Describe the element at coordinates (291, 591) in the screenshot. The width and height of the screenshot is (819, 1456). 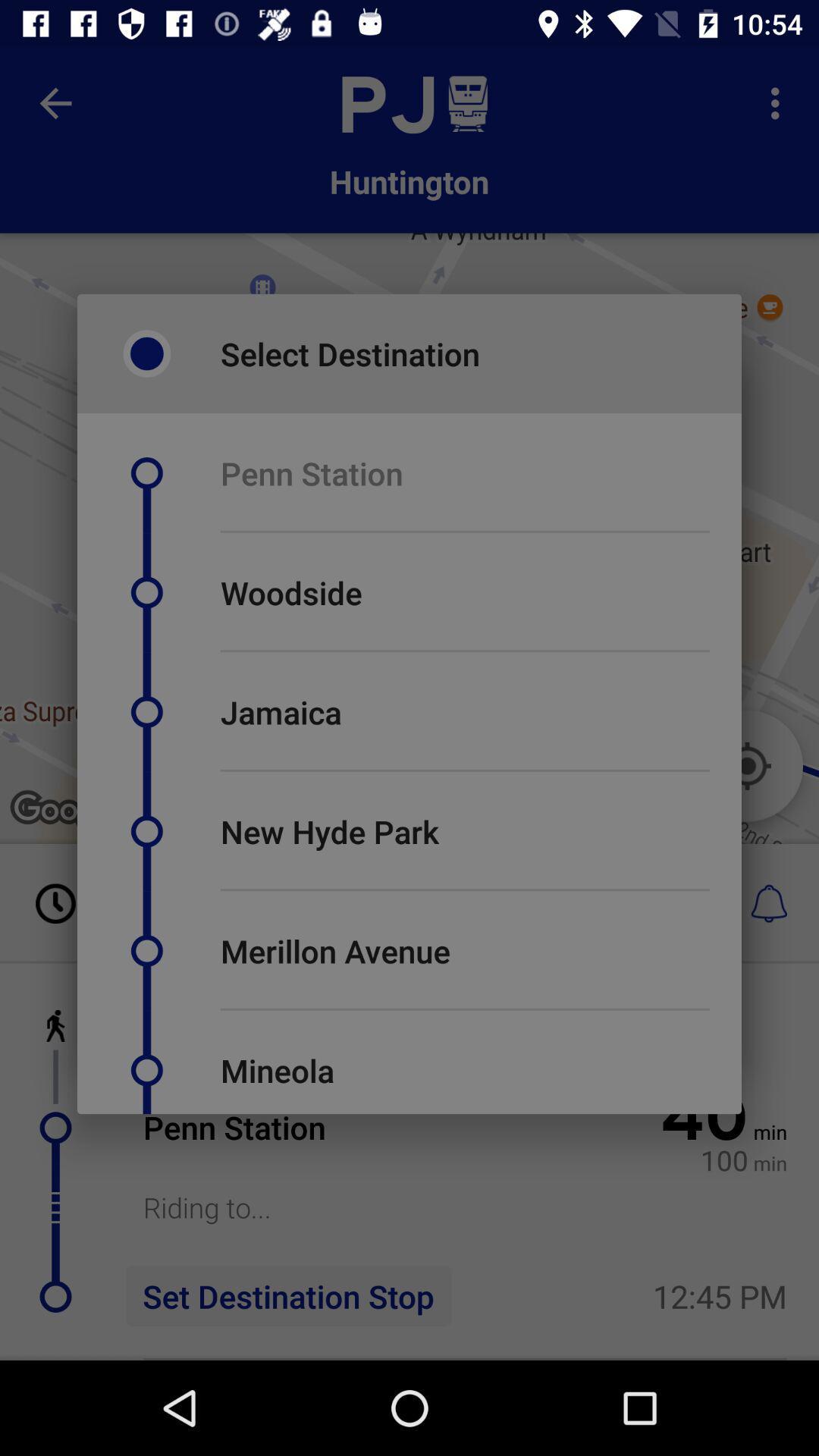
I see `woodside` at that location.